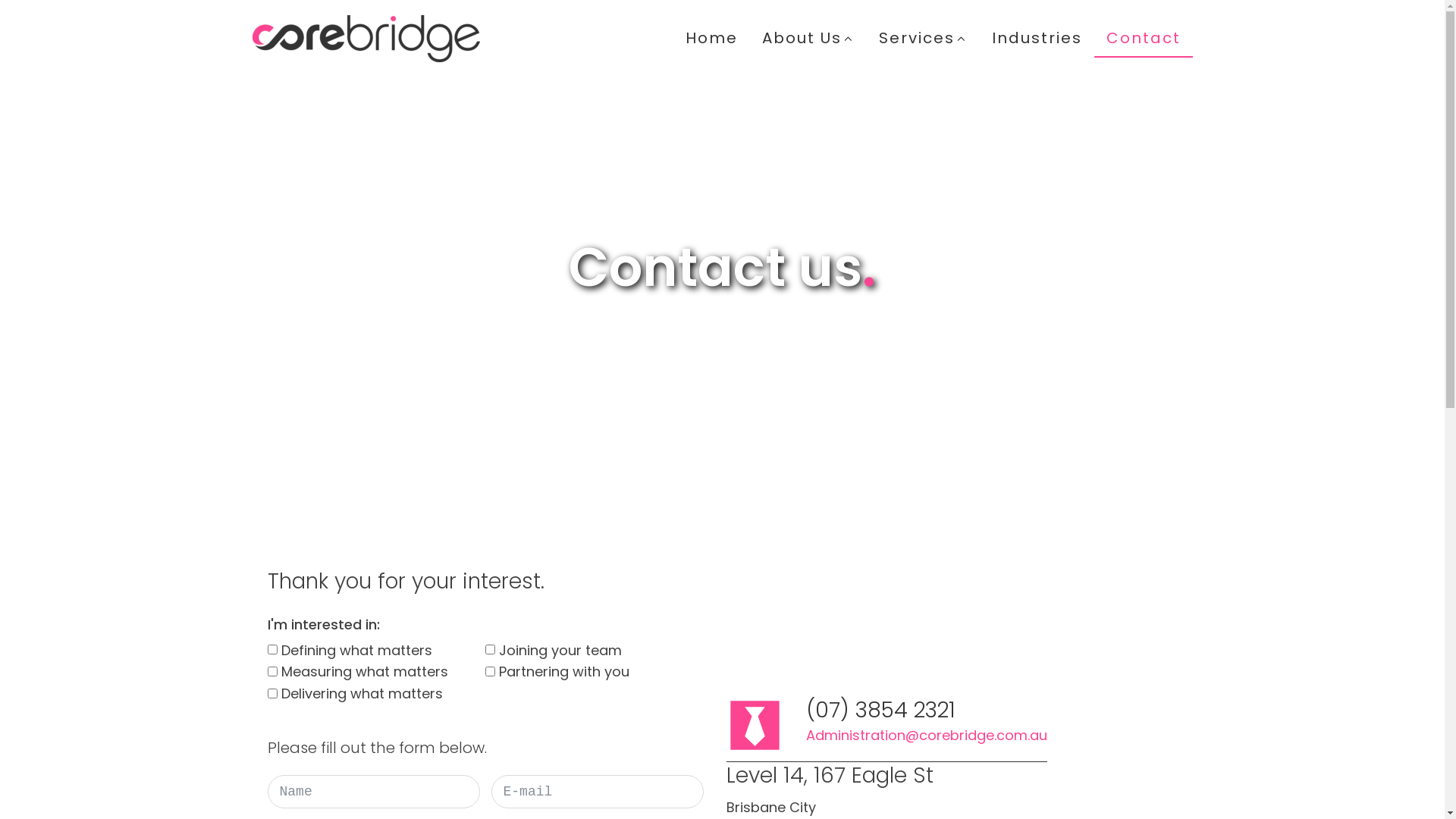  Describe the element at coordinates (1036, 37) in the screenshot. I see `'Industries'` at that location.